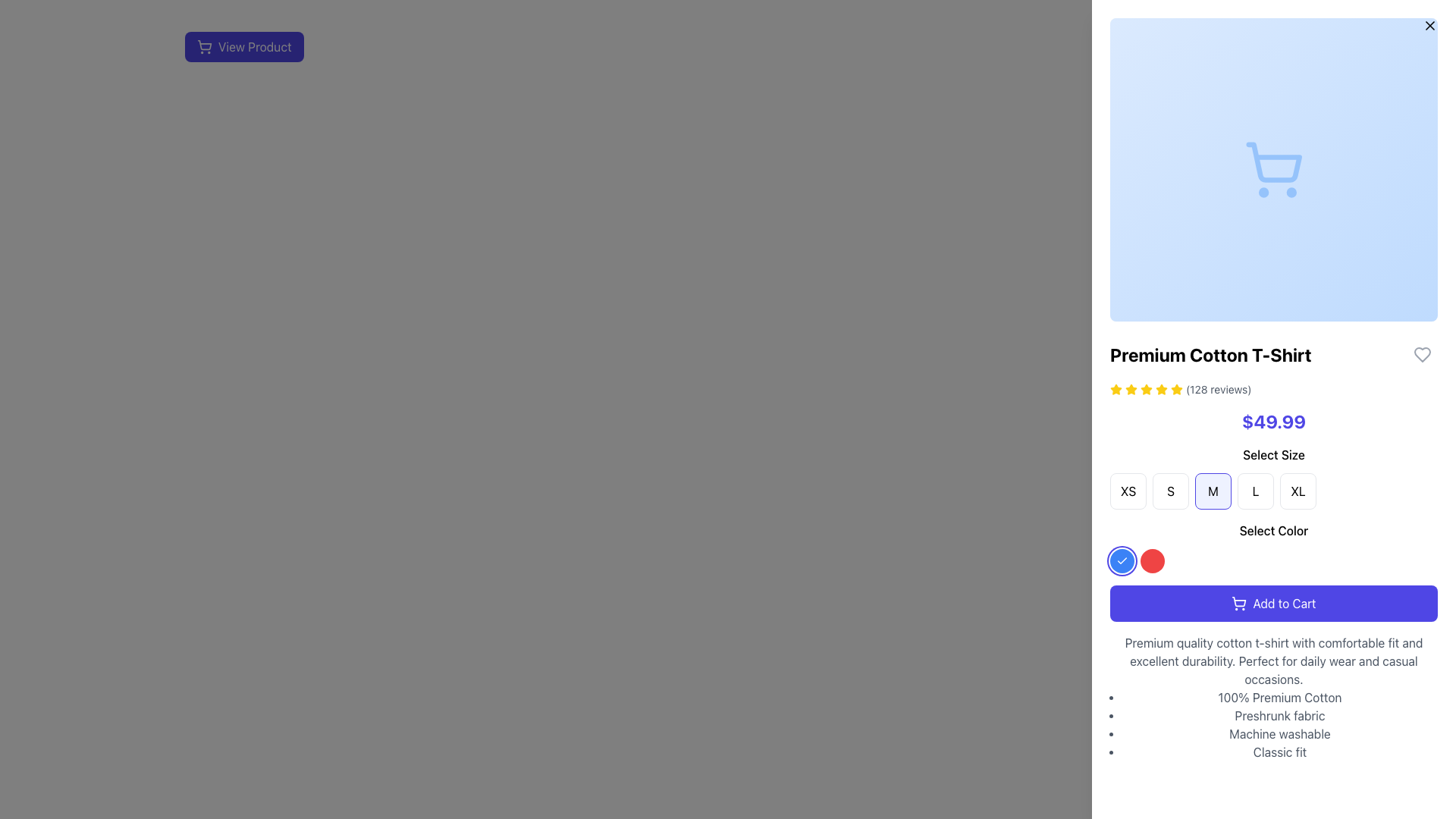 The image size is (1456, 819). What do you see at coordinates (1256, 491) in the screenshot?
I see `the square button with rounded corners that has a white background and features the capital letter 'L' in black` at bounding box center [1256, 491].